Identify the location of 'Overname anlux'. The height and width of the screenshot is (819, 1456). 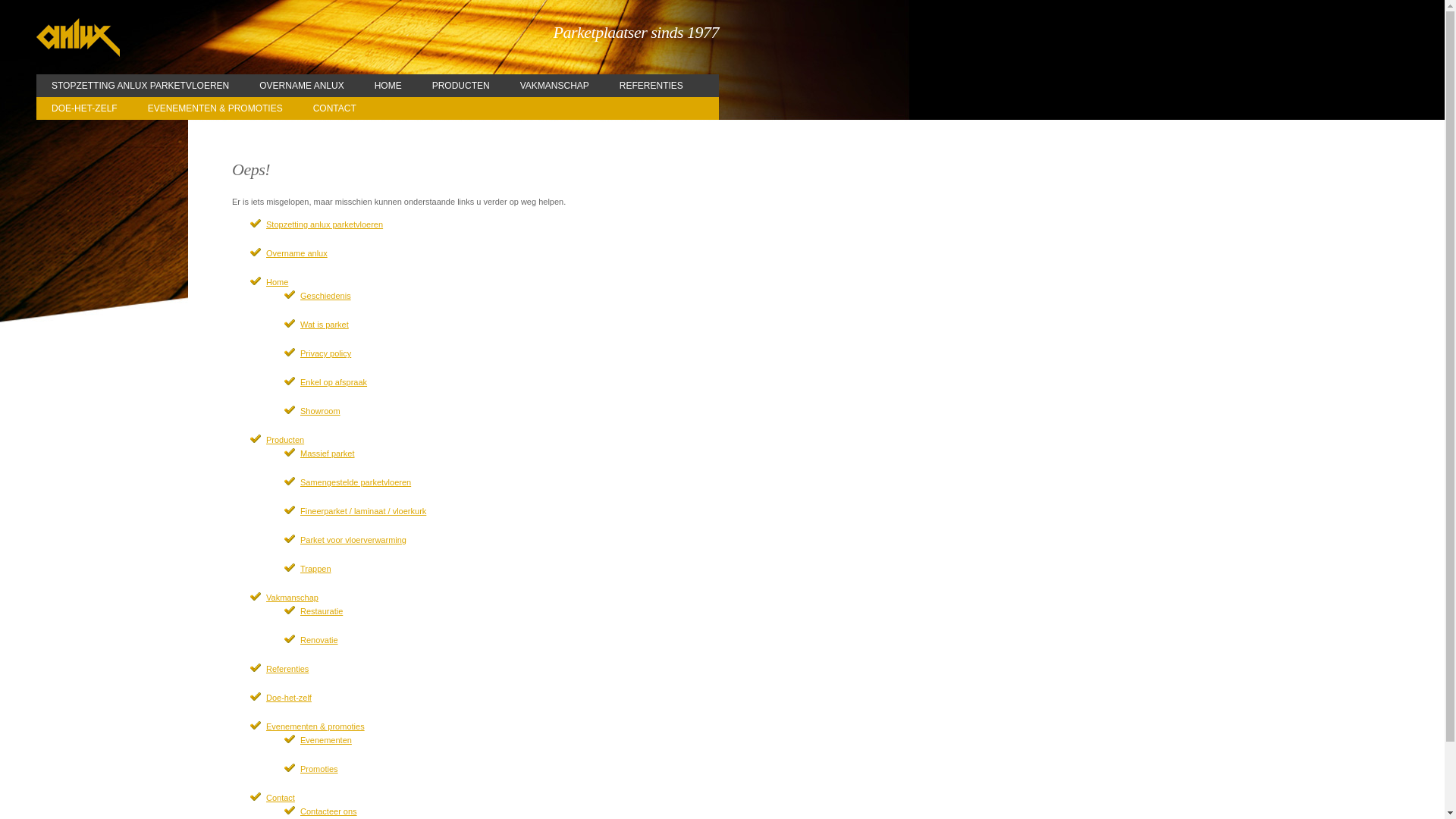
(297, 253).